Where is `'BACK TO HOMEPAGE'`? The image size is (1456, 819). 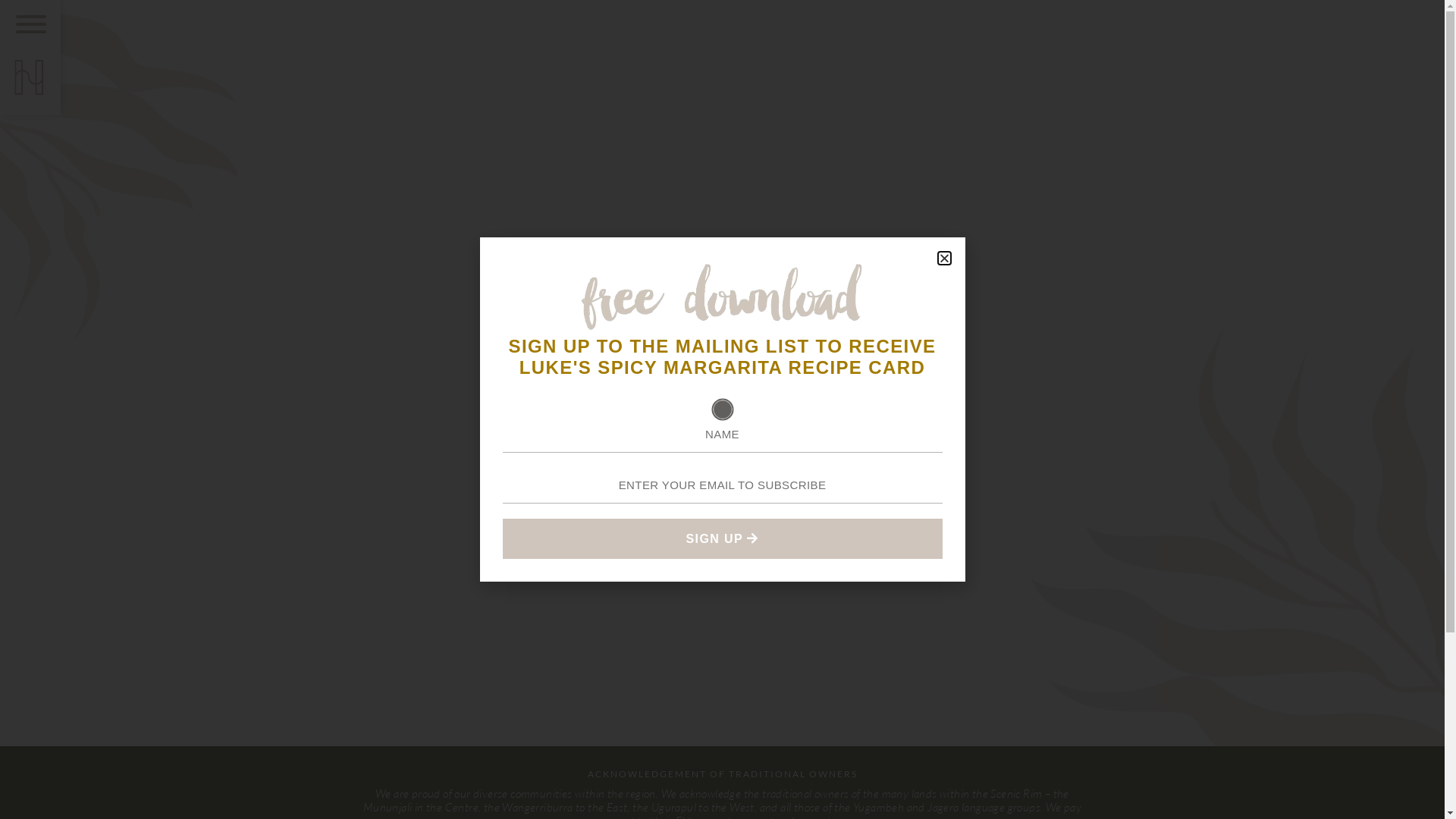 'BACK TO HOMEPAGE' is located at coordinates (721, 452).